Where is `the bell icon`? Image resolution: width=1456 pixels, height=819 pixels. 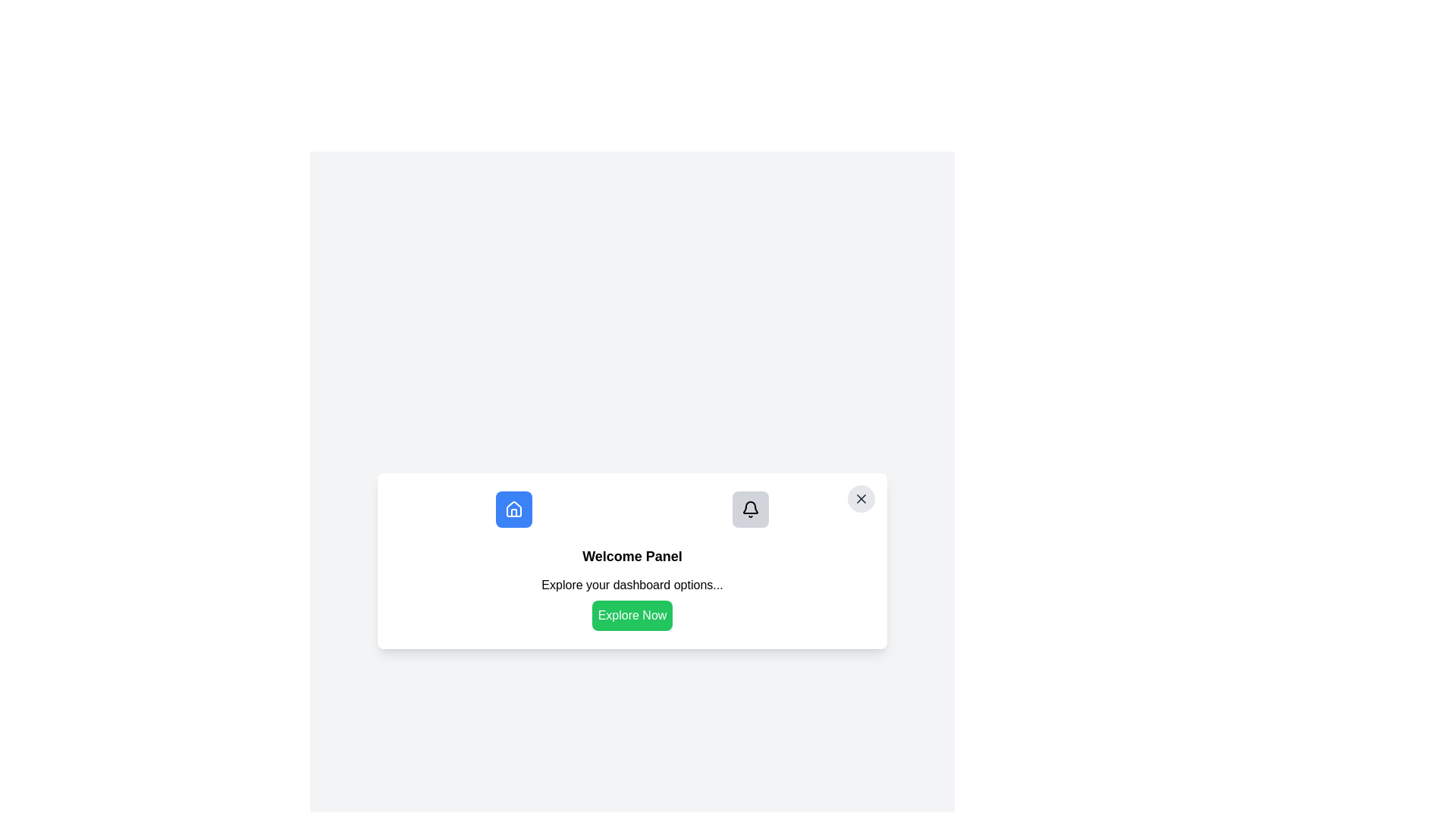
the bell icon is located at coordinates (750, 509).